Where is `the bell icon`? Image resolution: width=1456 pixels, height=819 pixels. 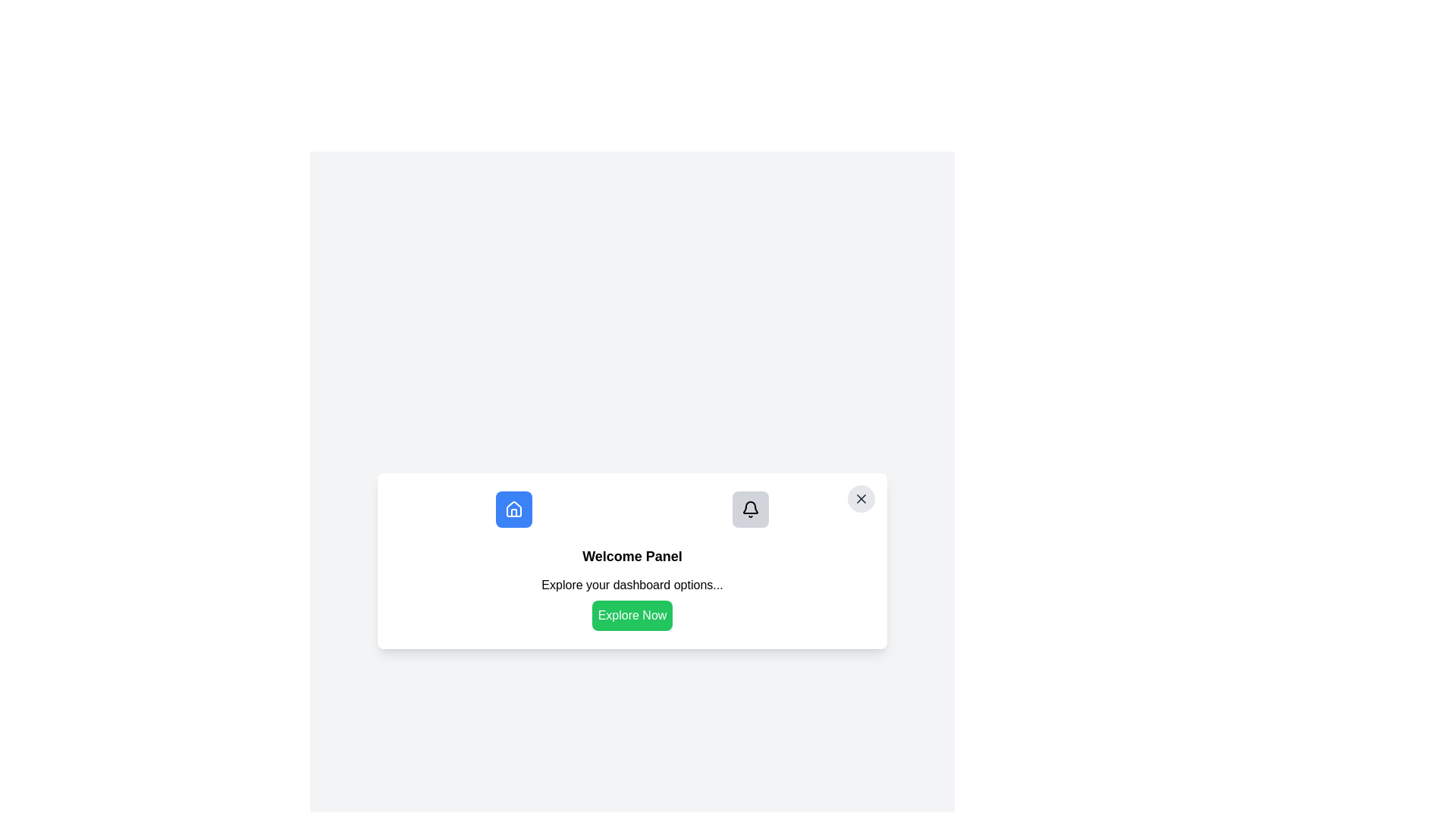
the bell icon is located at coordinates (750, 509).